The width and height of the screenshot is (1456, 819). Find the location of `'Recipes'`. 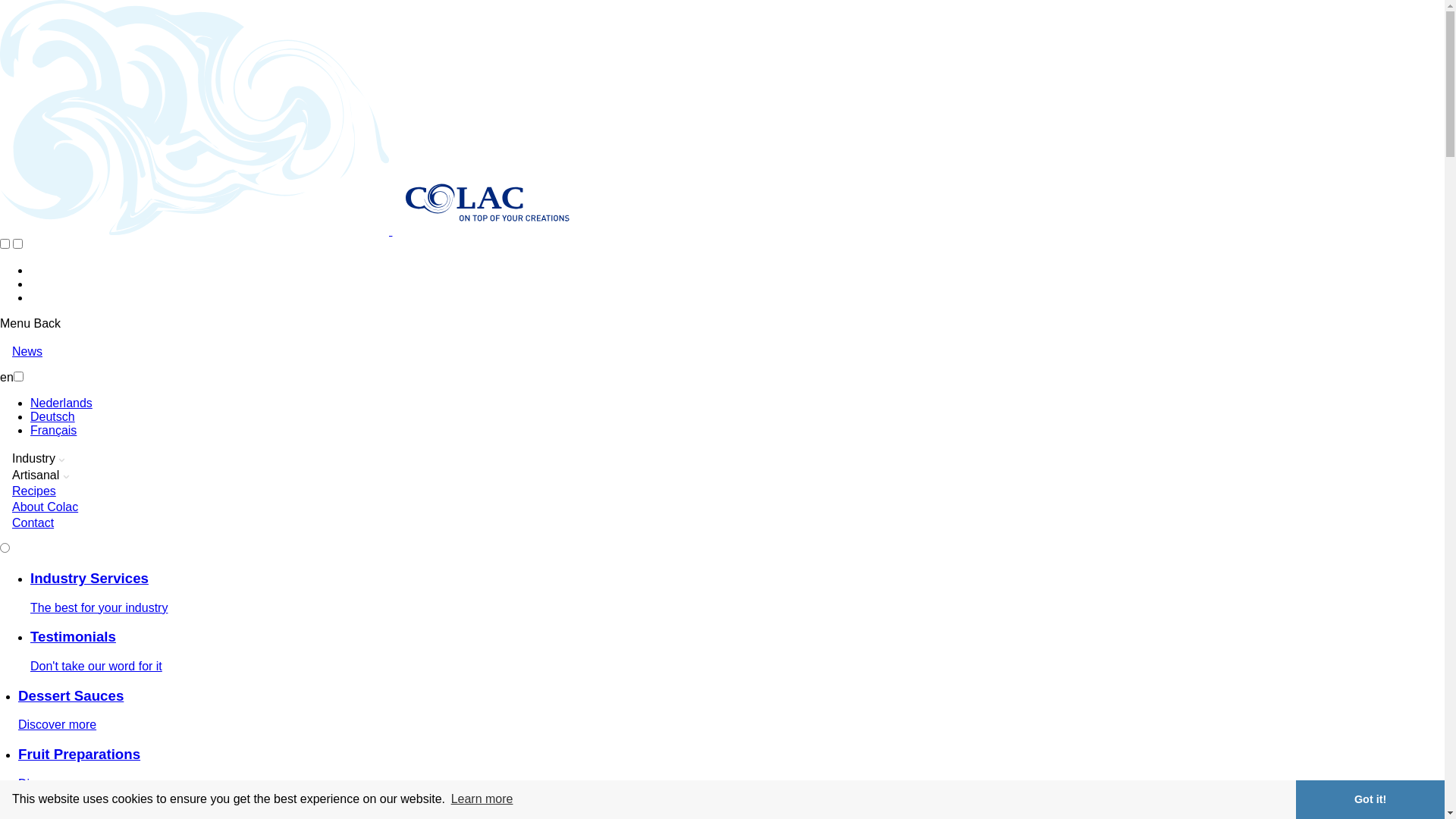

'Recipes' is located at coordinates (33, 491).